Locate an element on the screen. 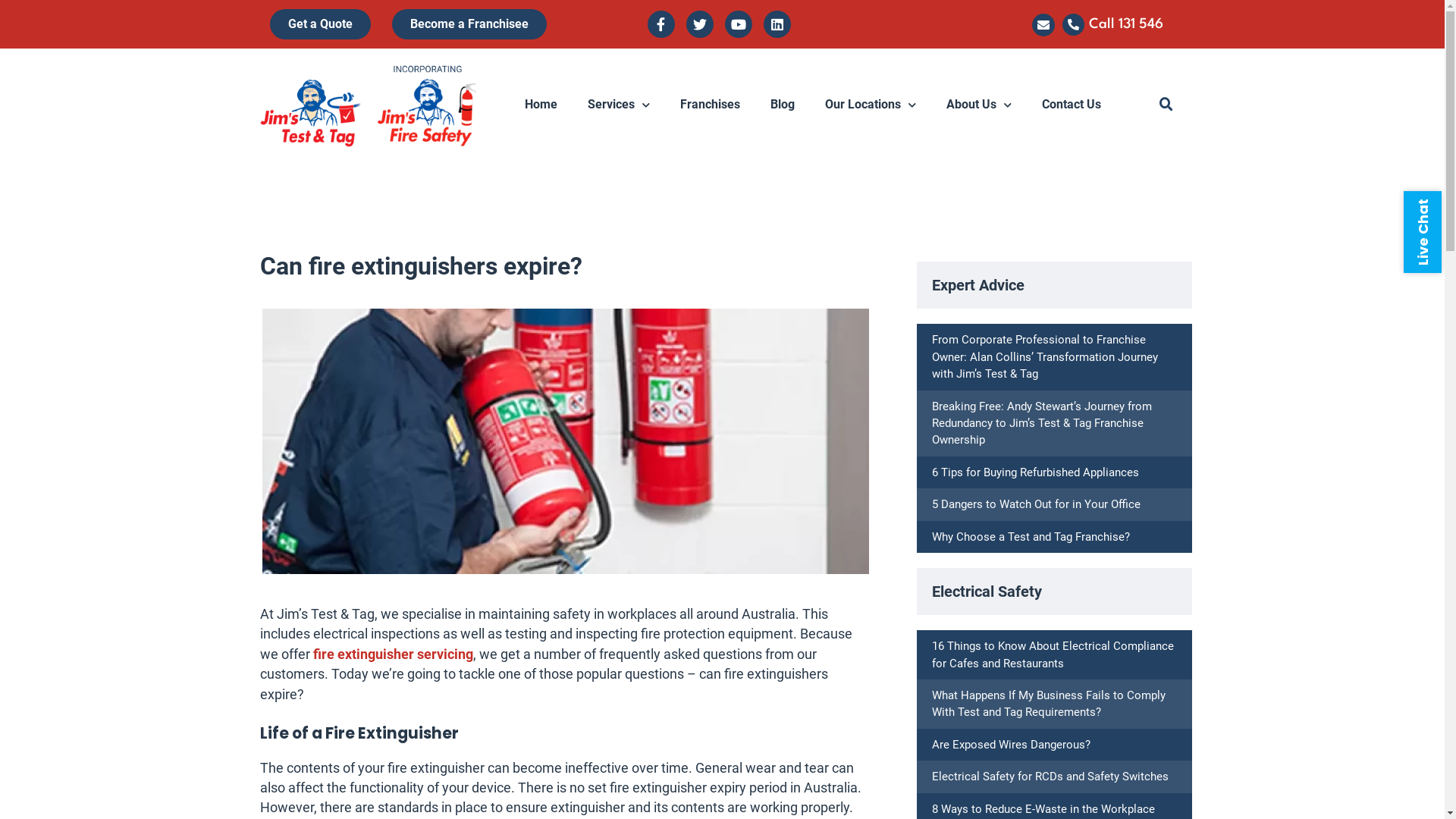 This screenshot has height=819, width=1456. 'Franchises' is located at coordinates (709, 104).